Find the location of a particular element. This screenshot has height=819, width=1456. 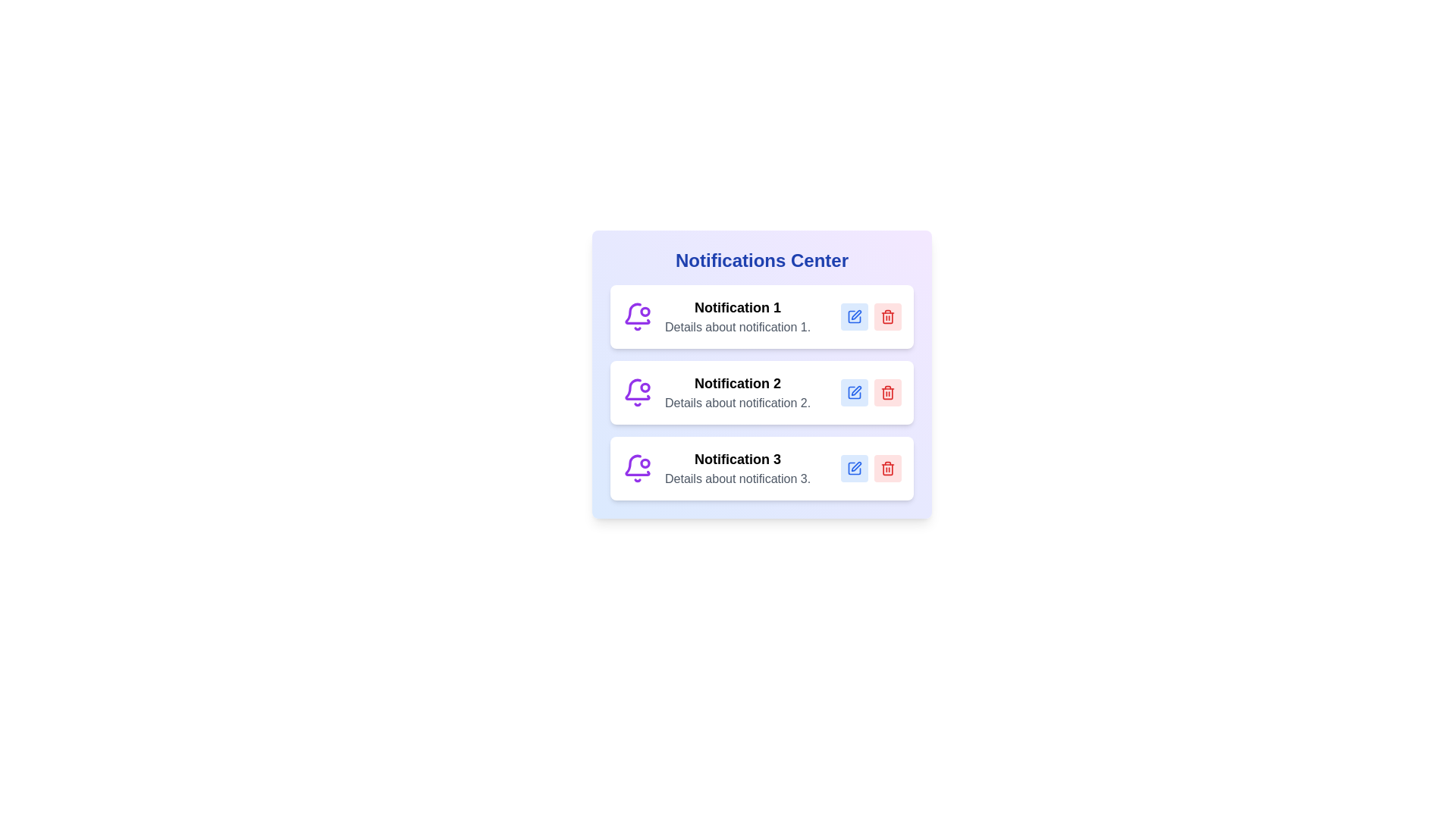

the edit button associated with 'Notification 2' is located at coordinates (855, 391).